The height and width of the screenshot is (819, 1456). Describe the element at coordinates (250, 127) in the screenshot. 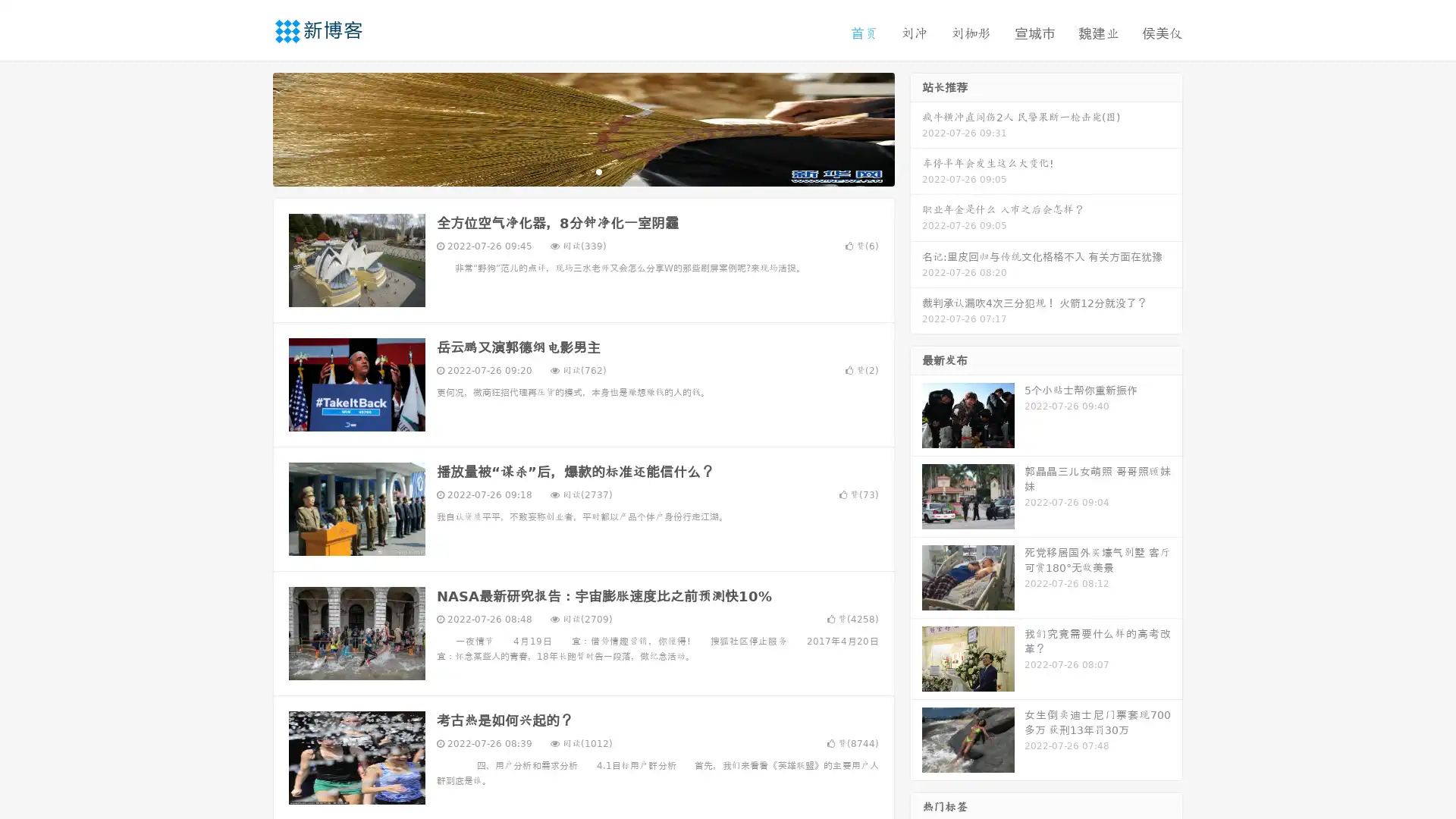

I see `Previous slide` at that location.